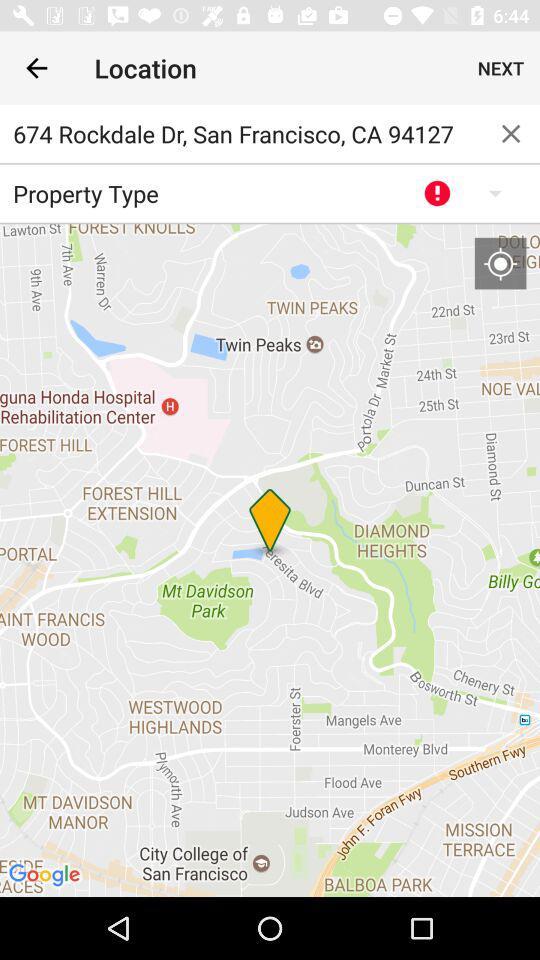 The image size is (540, 960). I want to click on the location_crosshair icon, so click(499, 262).